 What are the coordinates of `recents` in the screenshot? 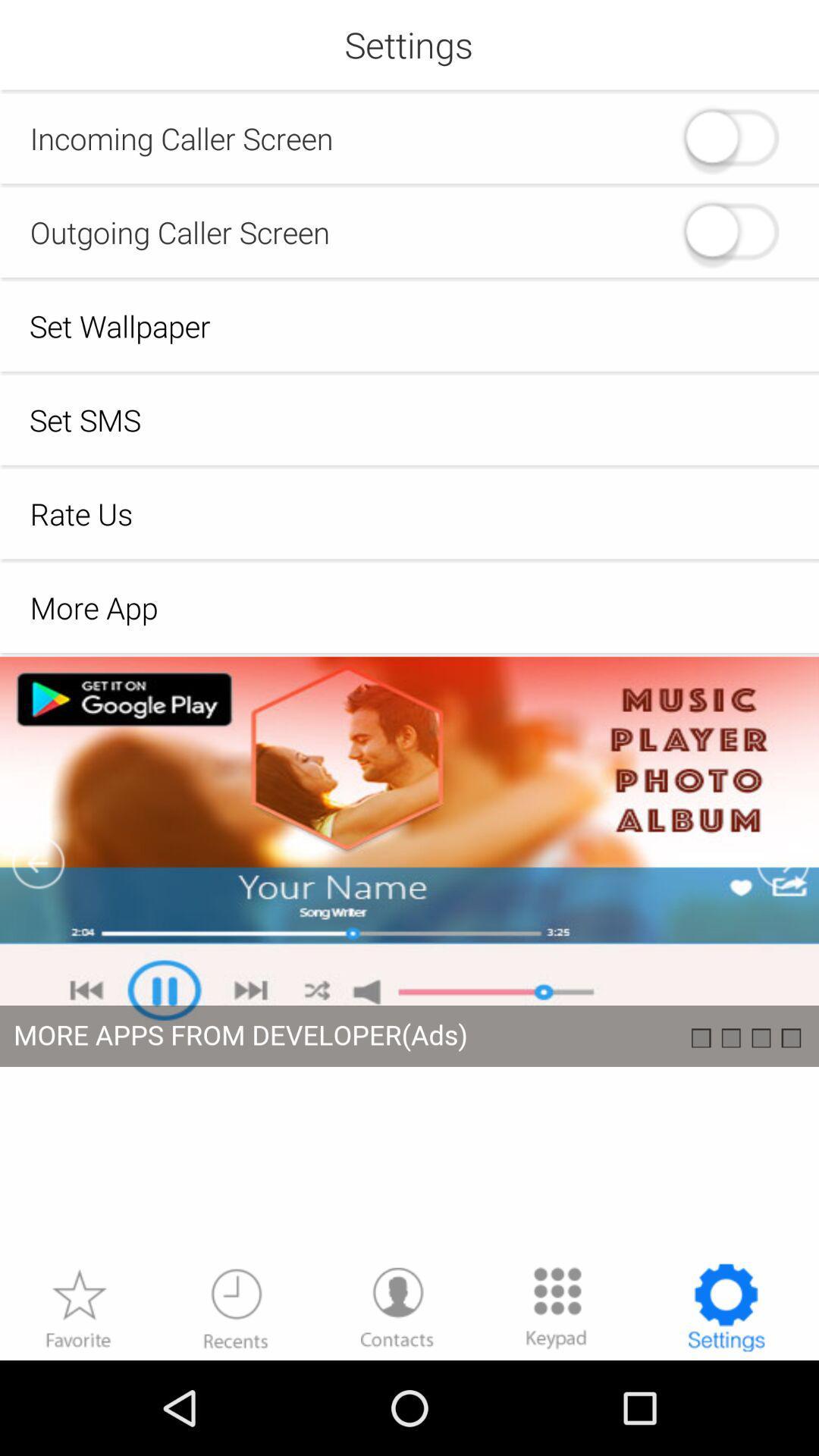 It's located at (236, 1307).